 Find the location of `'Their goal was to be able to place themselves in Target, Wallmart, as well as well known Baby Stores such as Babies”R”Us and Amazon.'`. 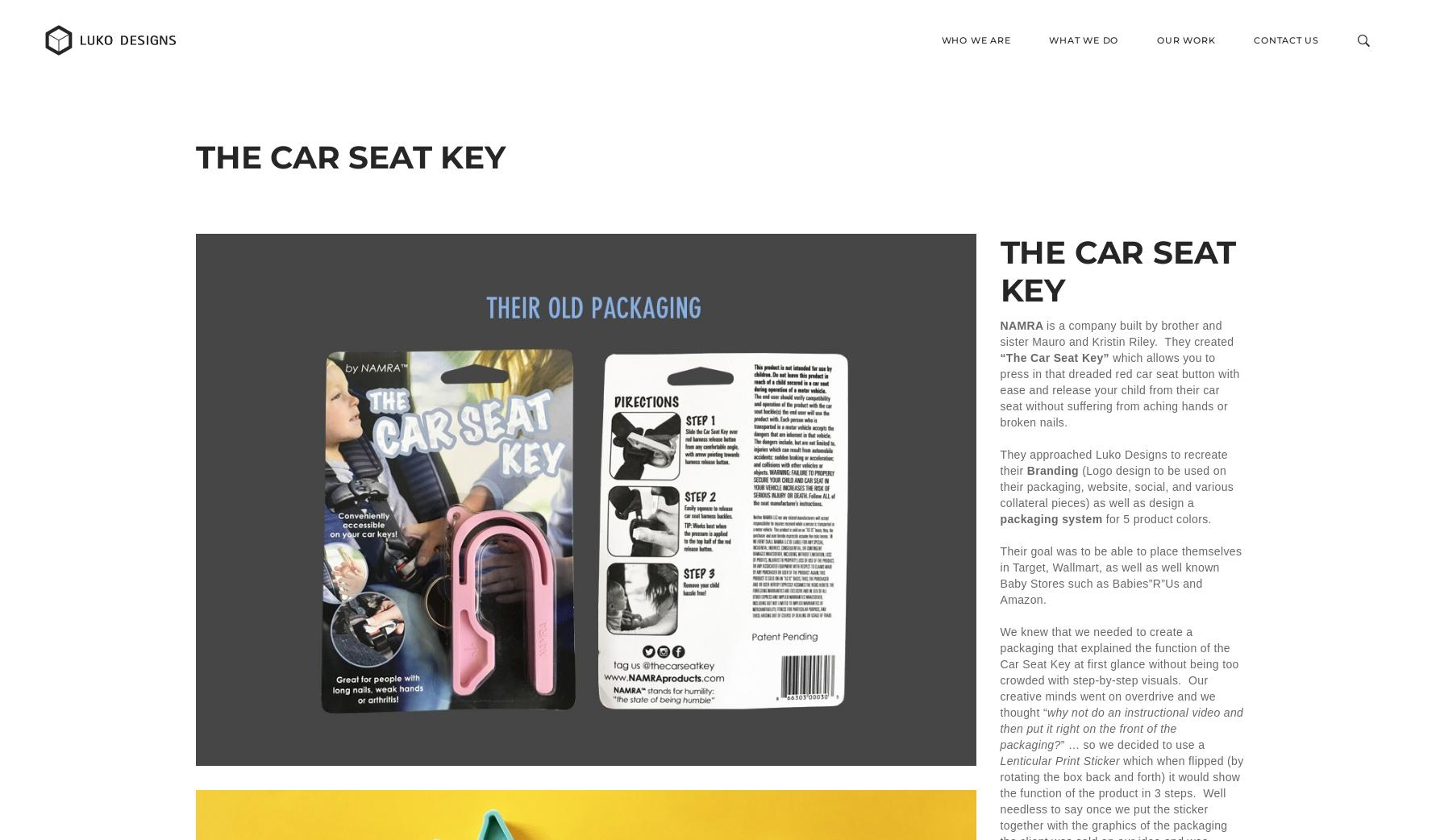

'Their goal was to be able to place themselves in Target, Wallmart, as well as well known Baby Stores such as Babies”R”Us and Amazon.' is located at coordinates (1120, 574).